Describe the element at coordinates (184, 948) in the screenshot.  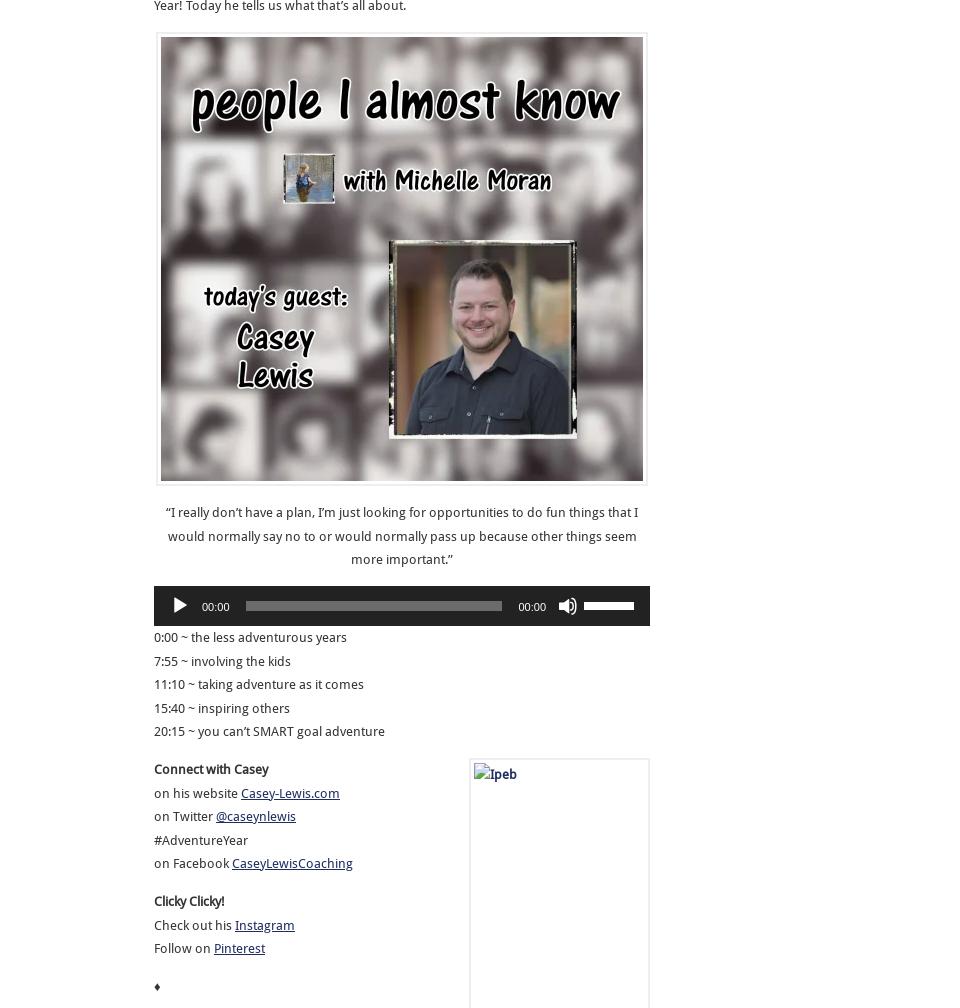
I see `'Follow on'` at that location.